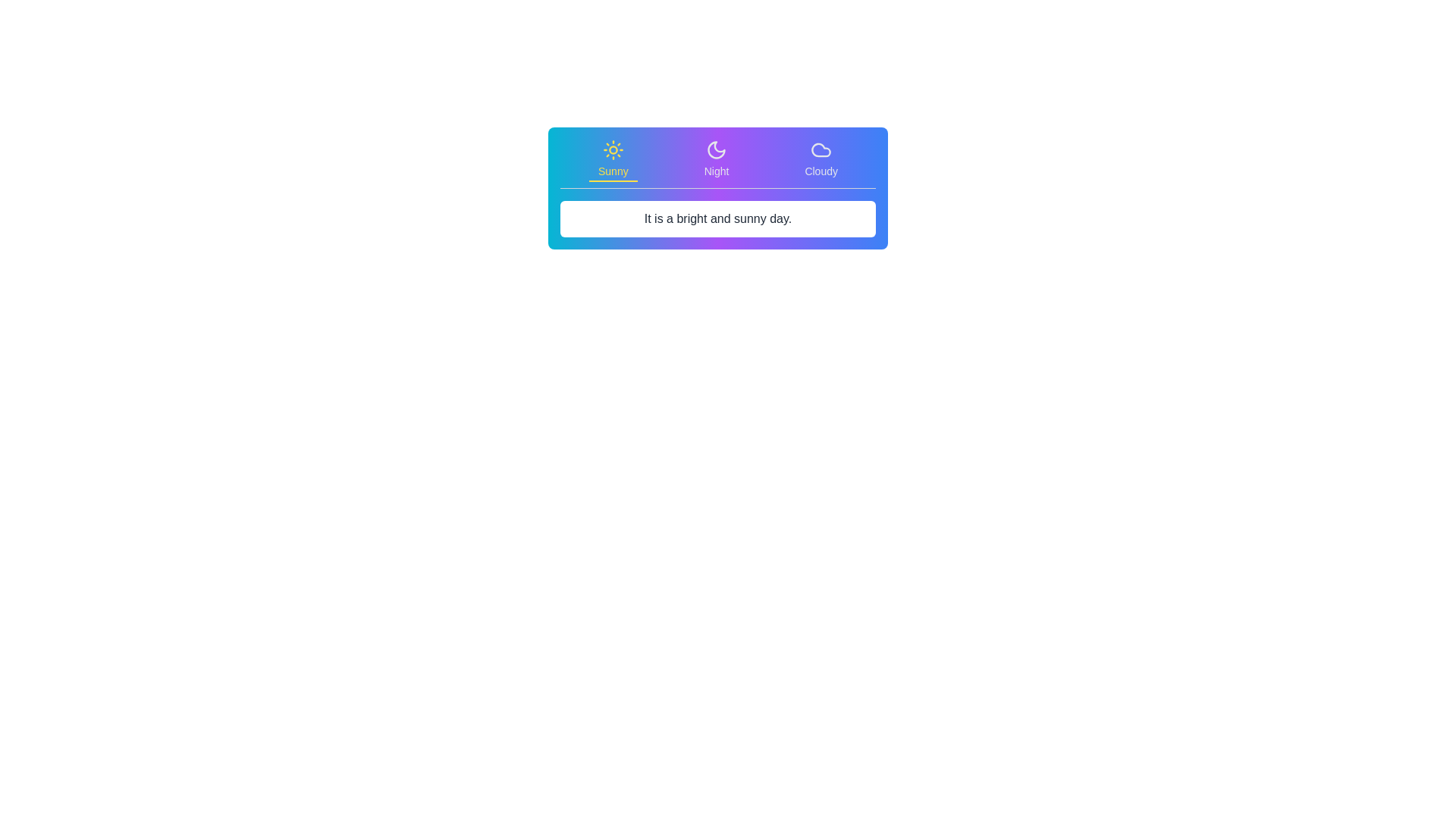  I want to click on the first weather icon representing 'Sunny' in the weather selection interface, positioned above the text 'Sunny', so click(613, 149).